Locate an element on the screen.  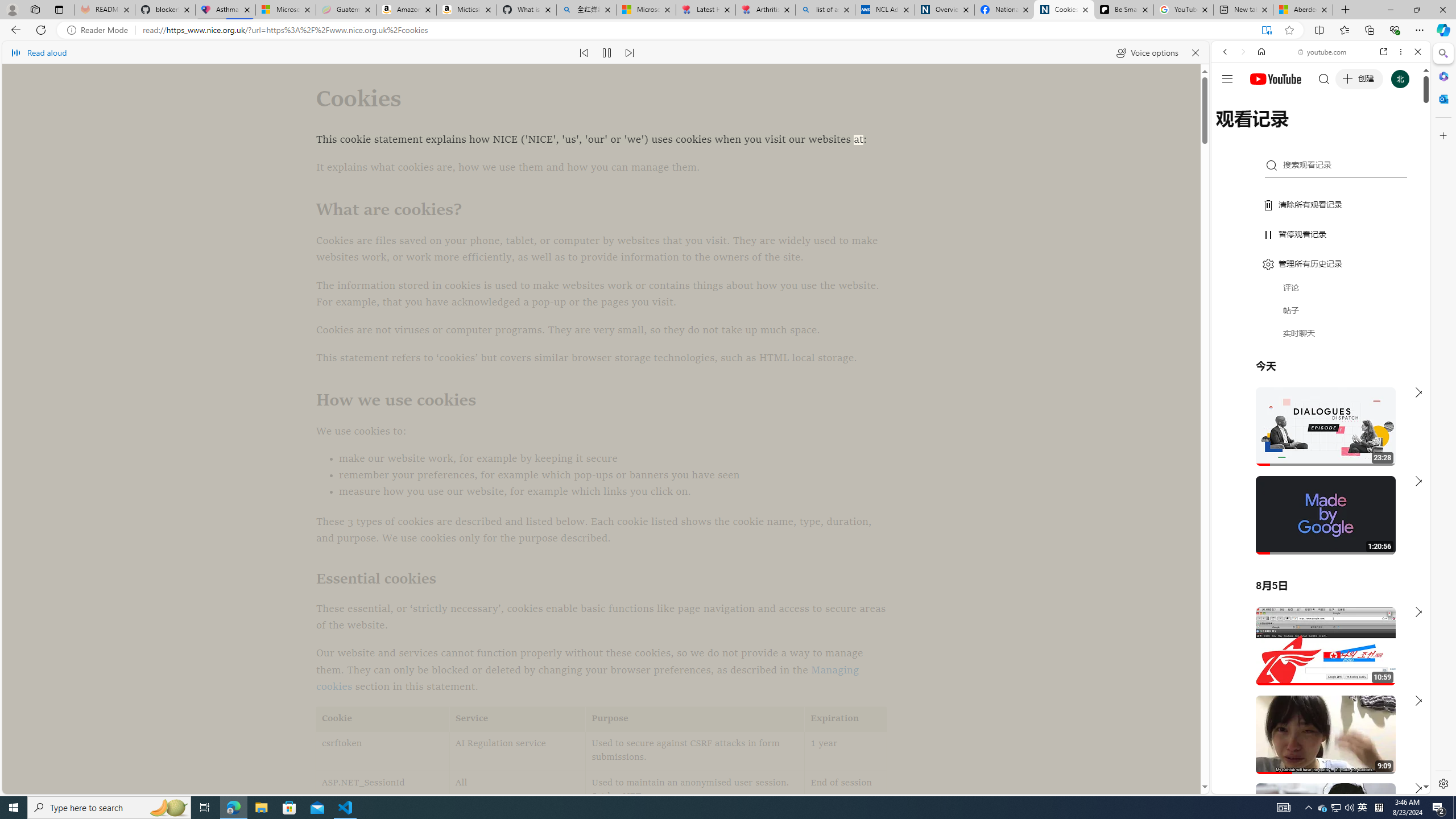
'Voice options' is located at coordinates (1146, 52).